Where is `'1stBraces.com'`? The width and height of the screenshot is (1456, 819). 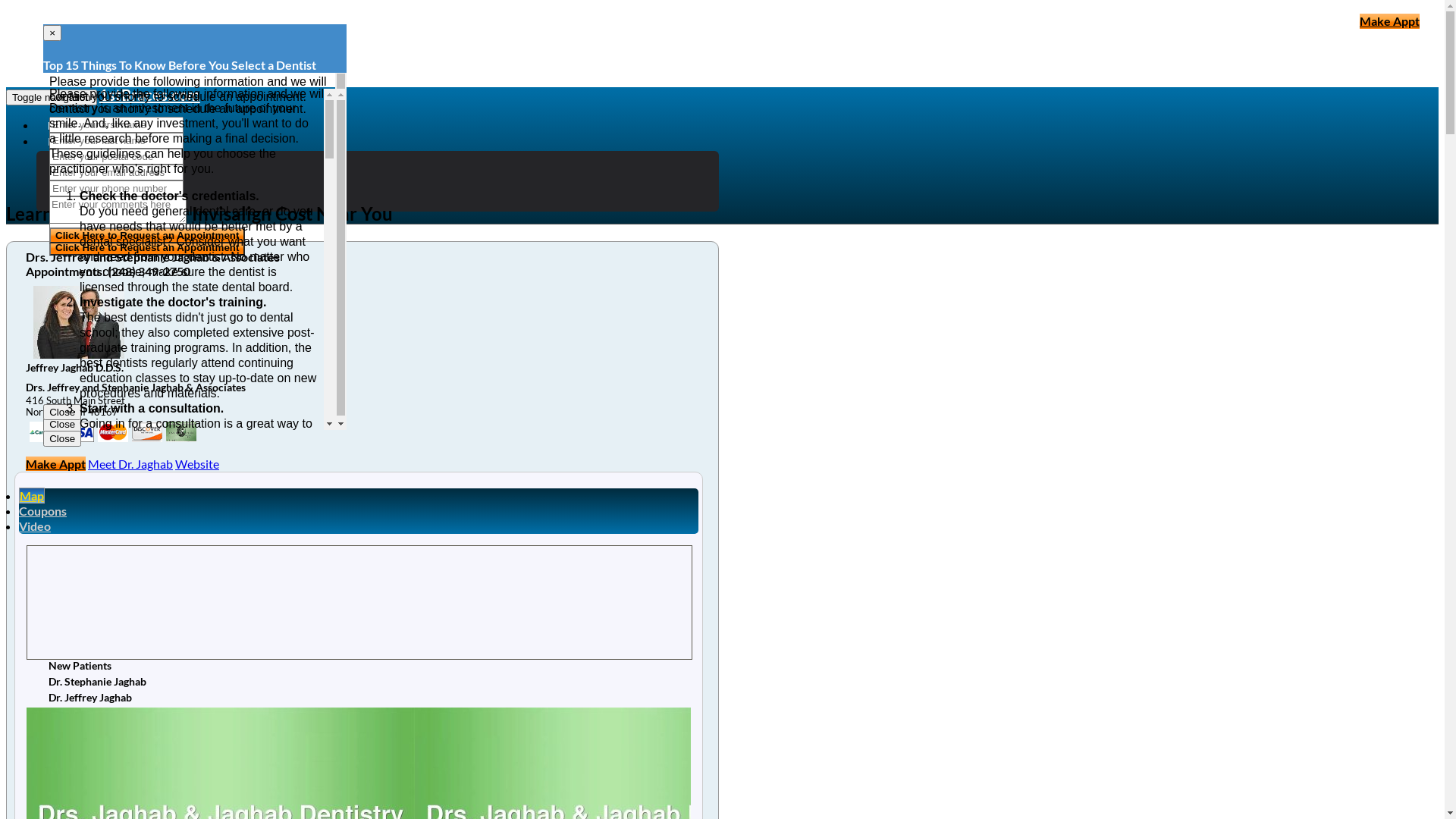 '1stBraces.com' is located at coordinates (149, 94).